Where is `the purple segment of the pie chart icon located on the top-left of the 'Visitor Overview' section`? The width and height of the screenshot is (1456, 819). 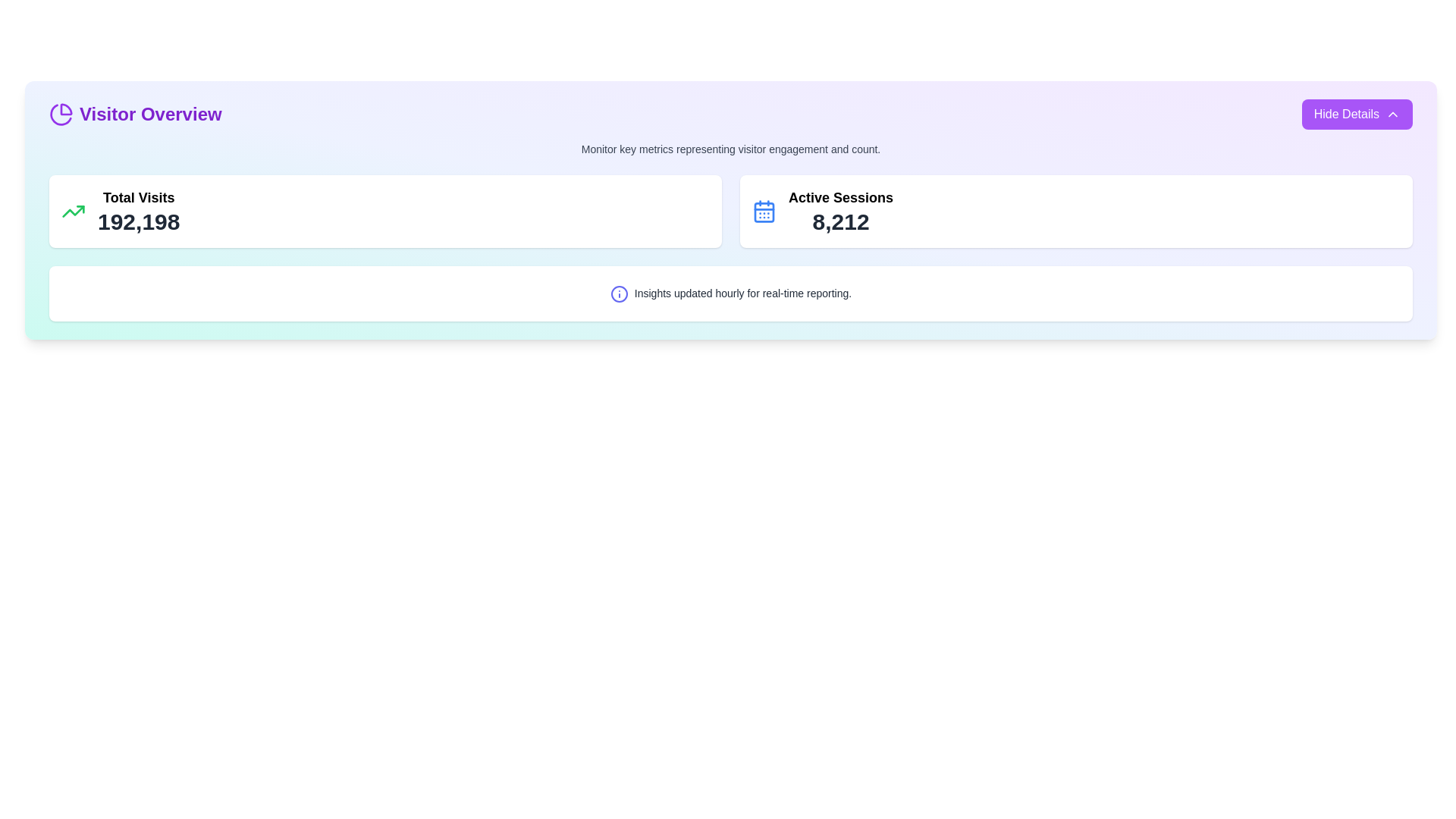 the purple segment of the pie chart icon located on the top-left of the 'Visitor Overview' section is located at coordinates (65, 108).